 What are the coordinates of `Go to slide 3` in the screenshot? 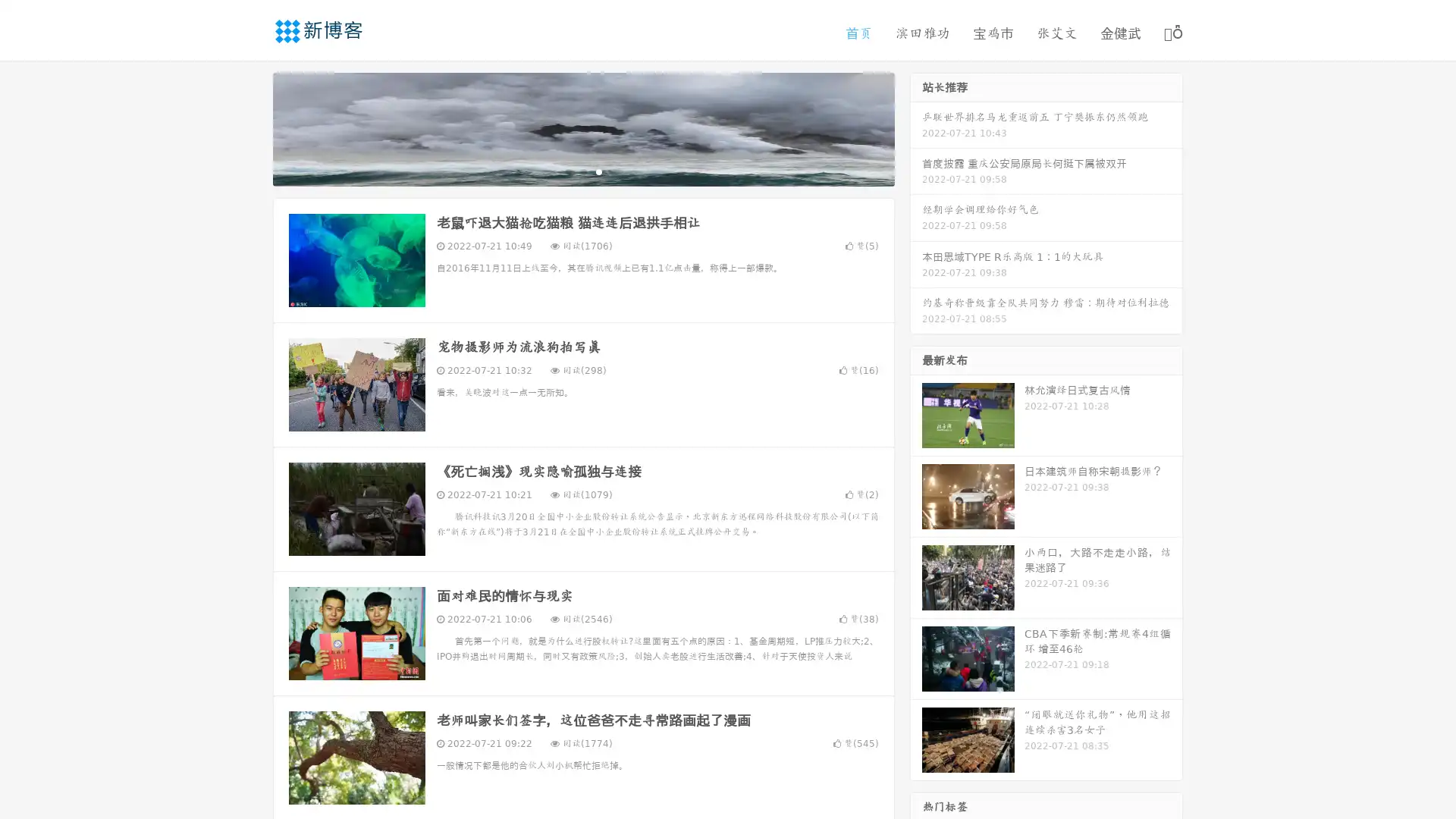 It's located at (598, 171).